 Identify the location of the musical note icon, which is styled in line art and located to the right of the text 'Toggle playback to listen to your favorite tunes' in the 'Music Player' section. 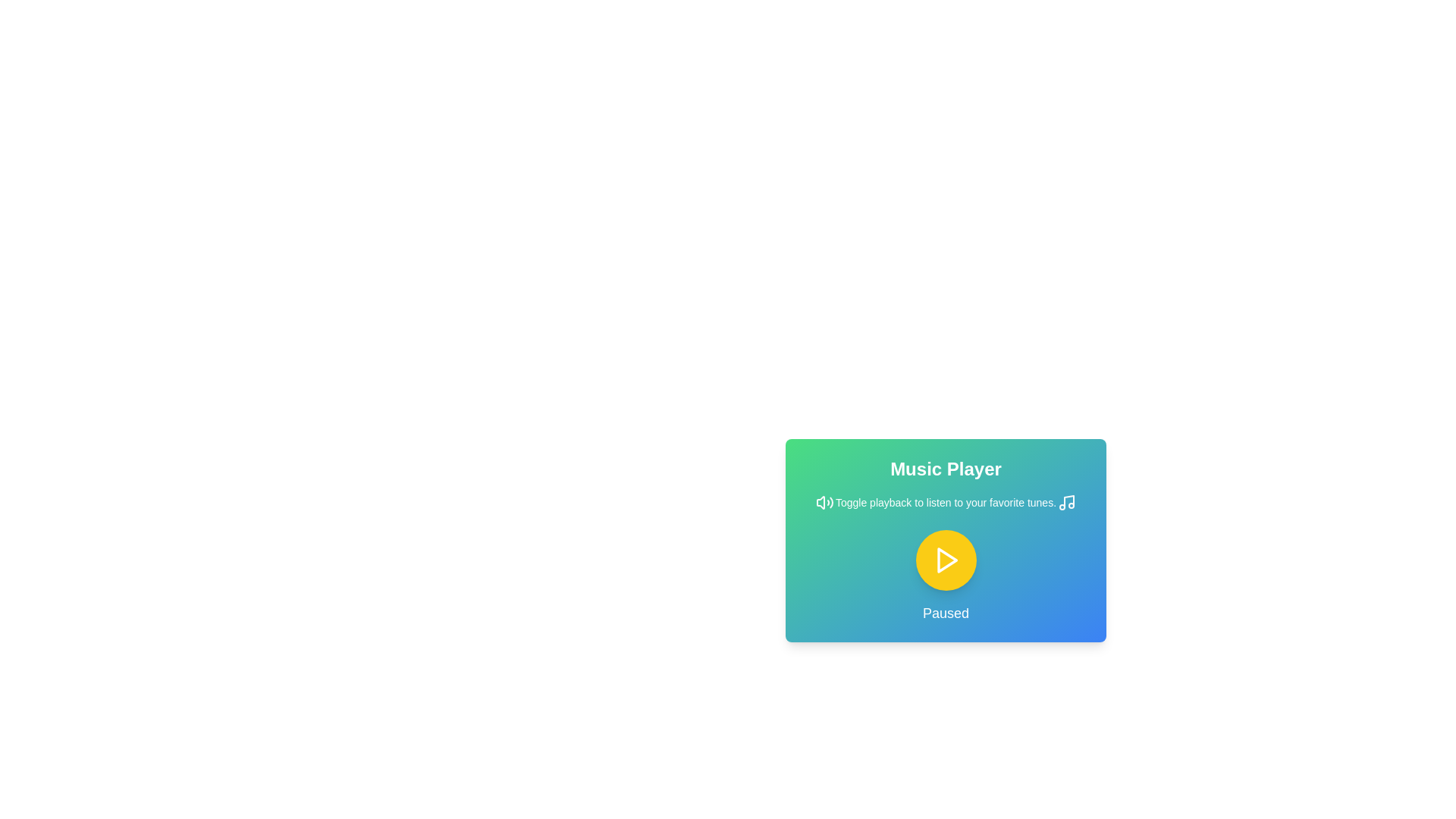
(1065, 503).